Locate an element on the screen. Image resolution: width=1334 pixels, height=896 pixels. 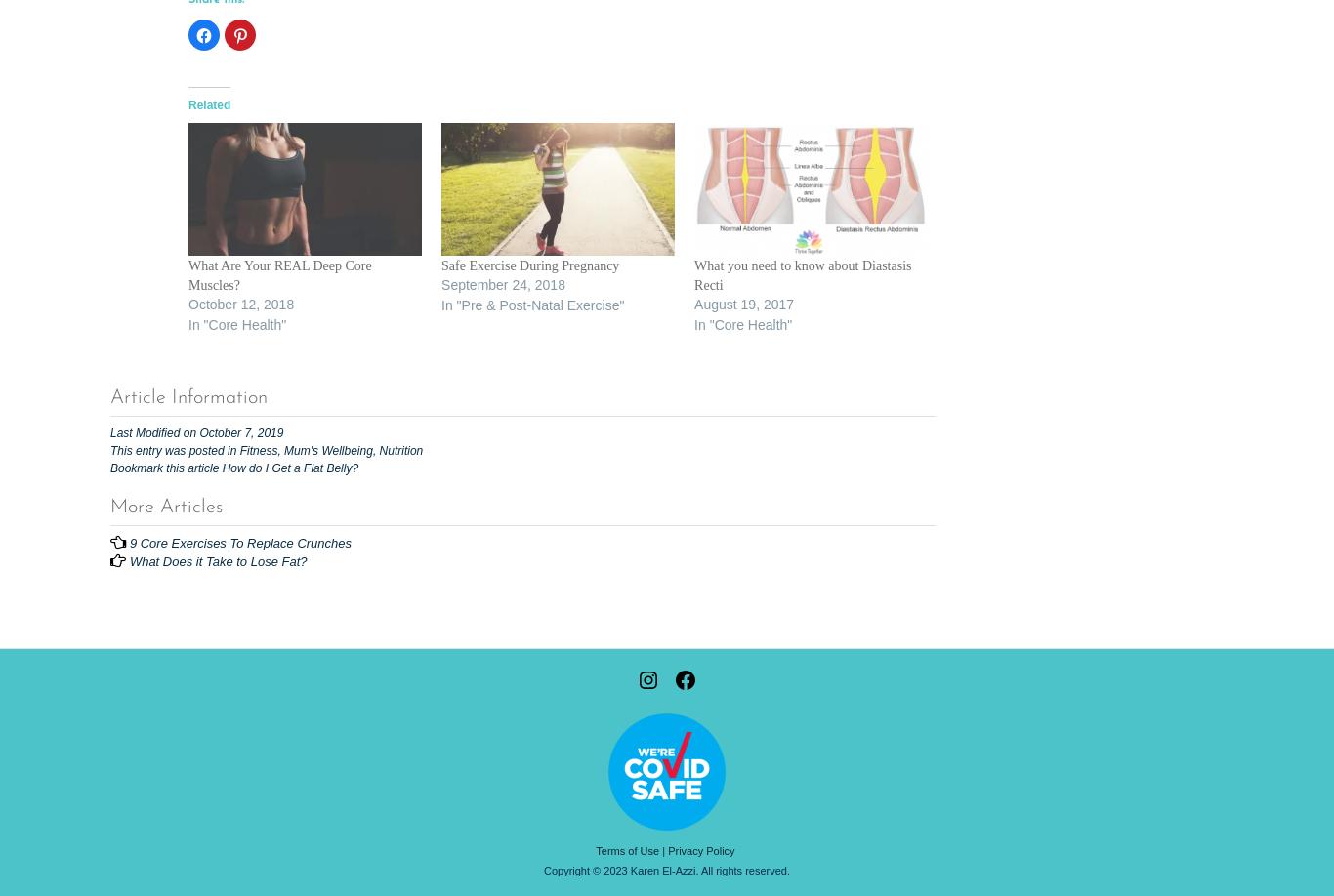
'|' is located at coordinates (662, 850).